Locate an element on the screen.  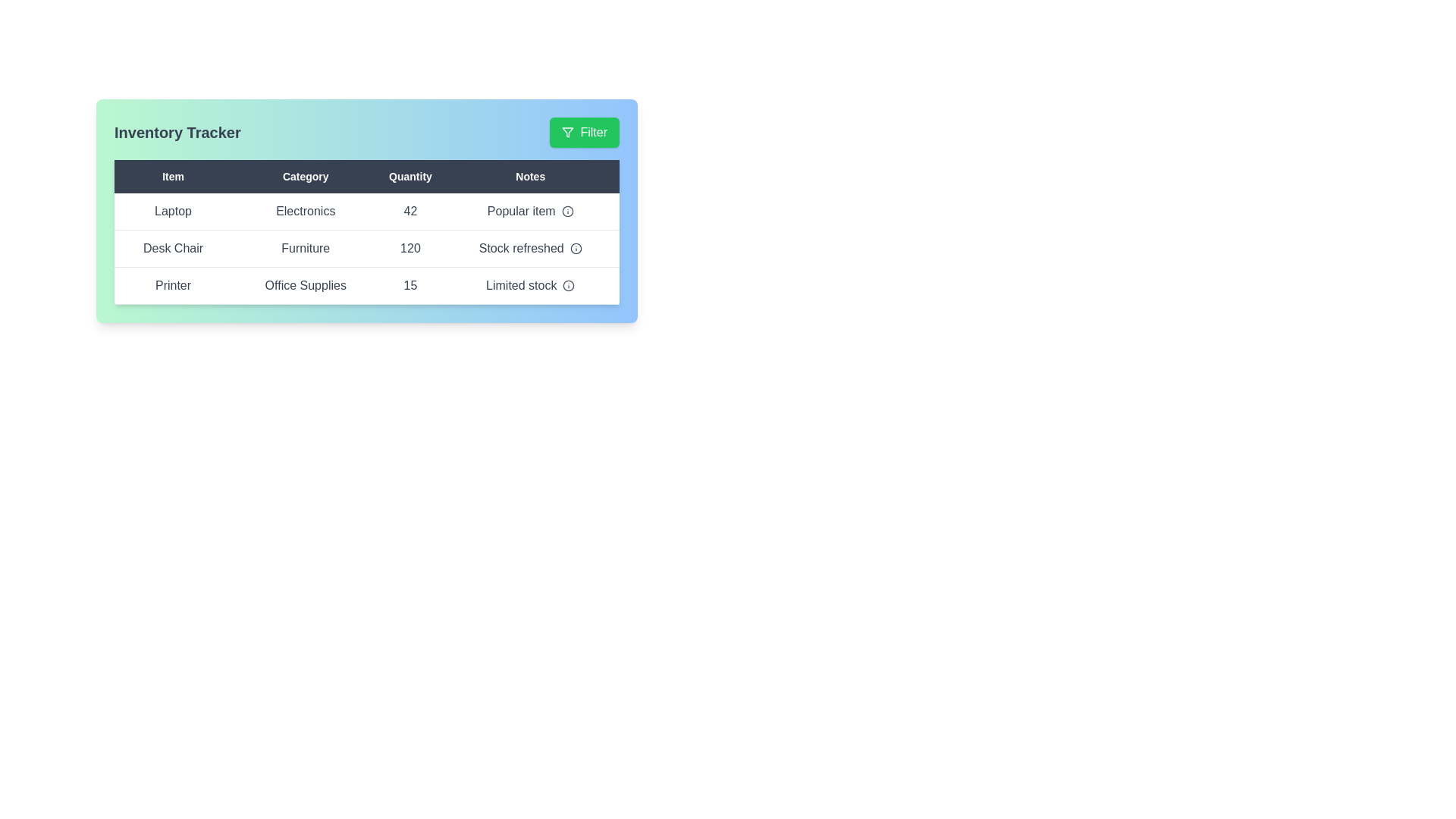
the cell containing 120 to select its text is located at coordinates (410, 247).